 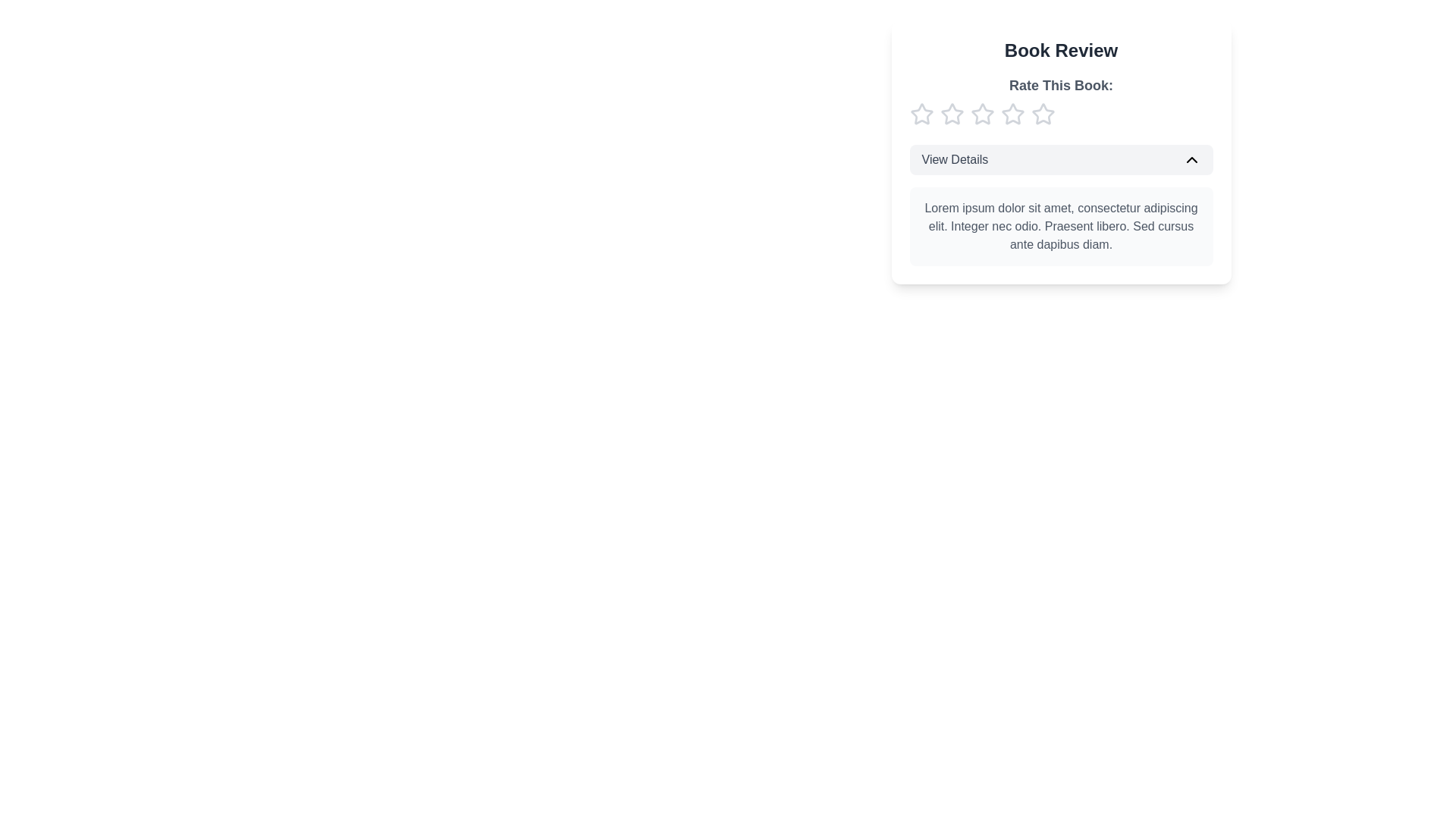 What do you see at coordinates (1012, 113) in the screenshot?
I see `the second star icon in the star rating interface` at bounding box center [1012, 113].